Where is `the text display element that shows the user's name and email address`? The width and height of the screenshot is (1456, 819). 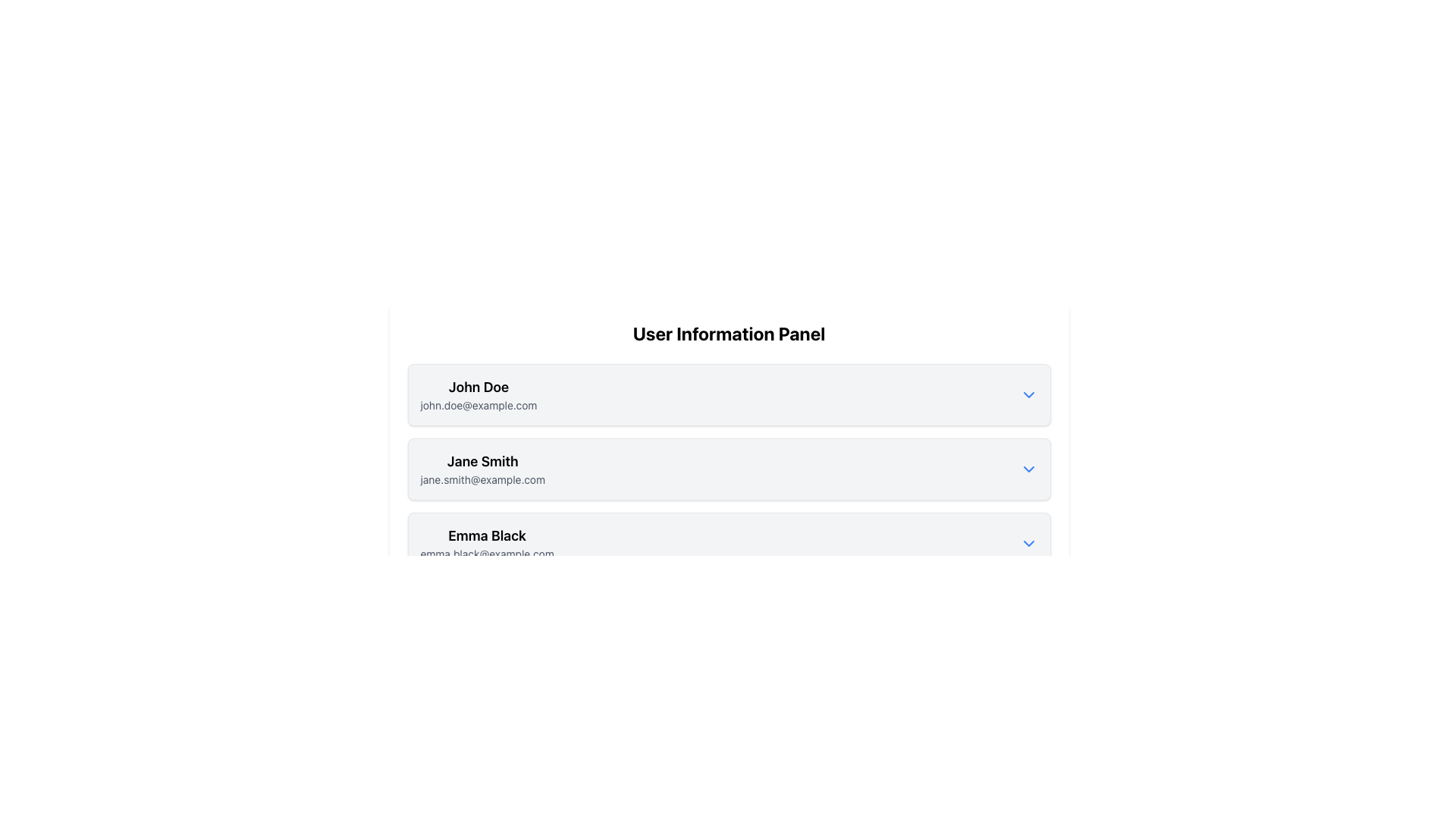 the text display element that shows the user's name and email address is located at coordinates (478, 394).